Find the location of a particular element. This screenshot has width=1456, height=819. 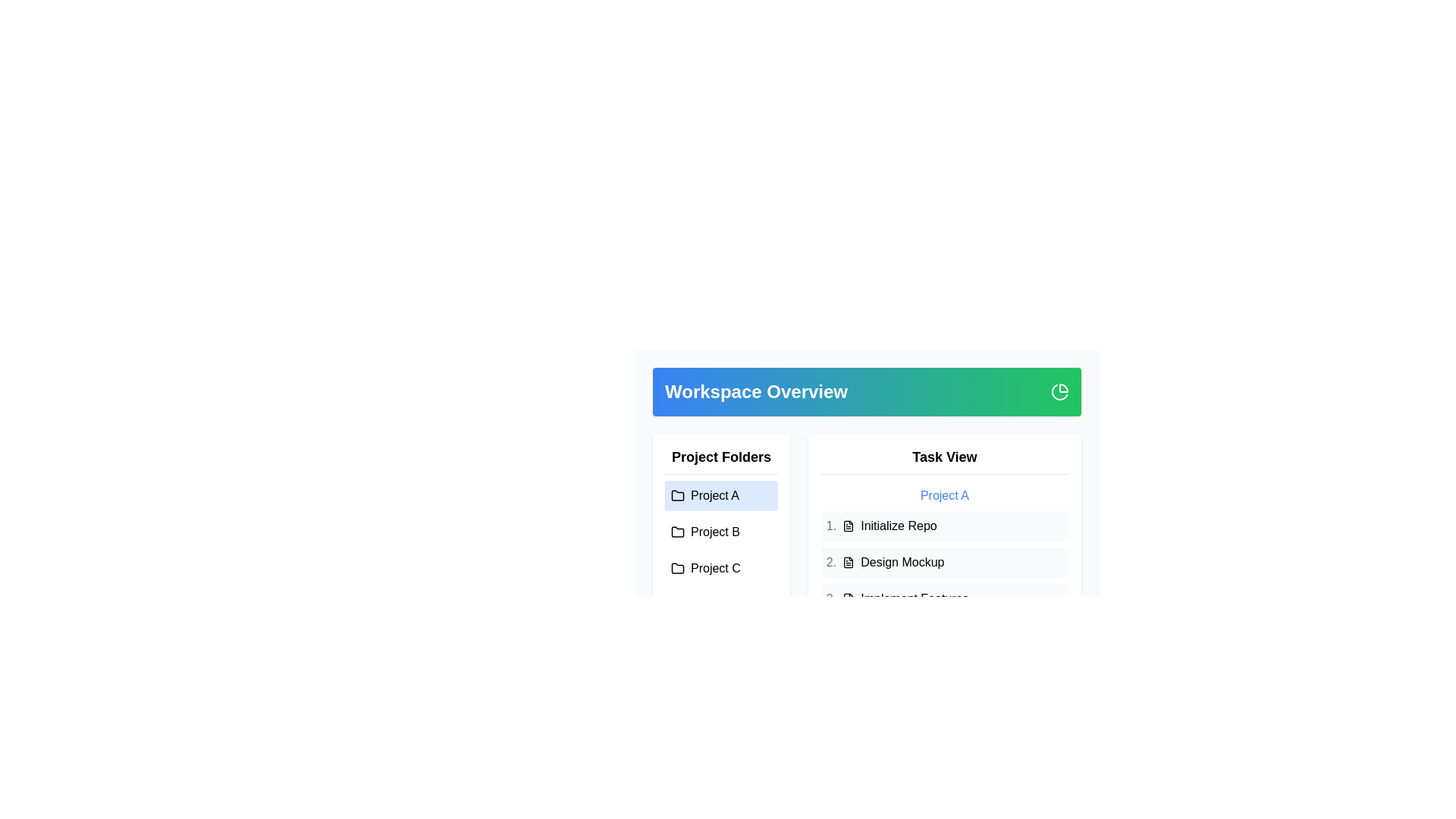

the project folder icon located to the left of the text 'Project A' in the 'Project Folders' section to interact with it is located at coordinates (676, 496).